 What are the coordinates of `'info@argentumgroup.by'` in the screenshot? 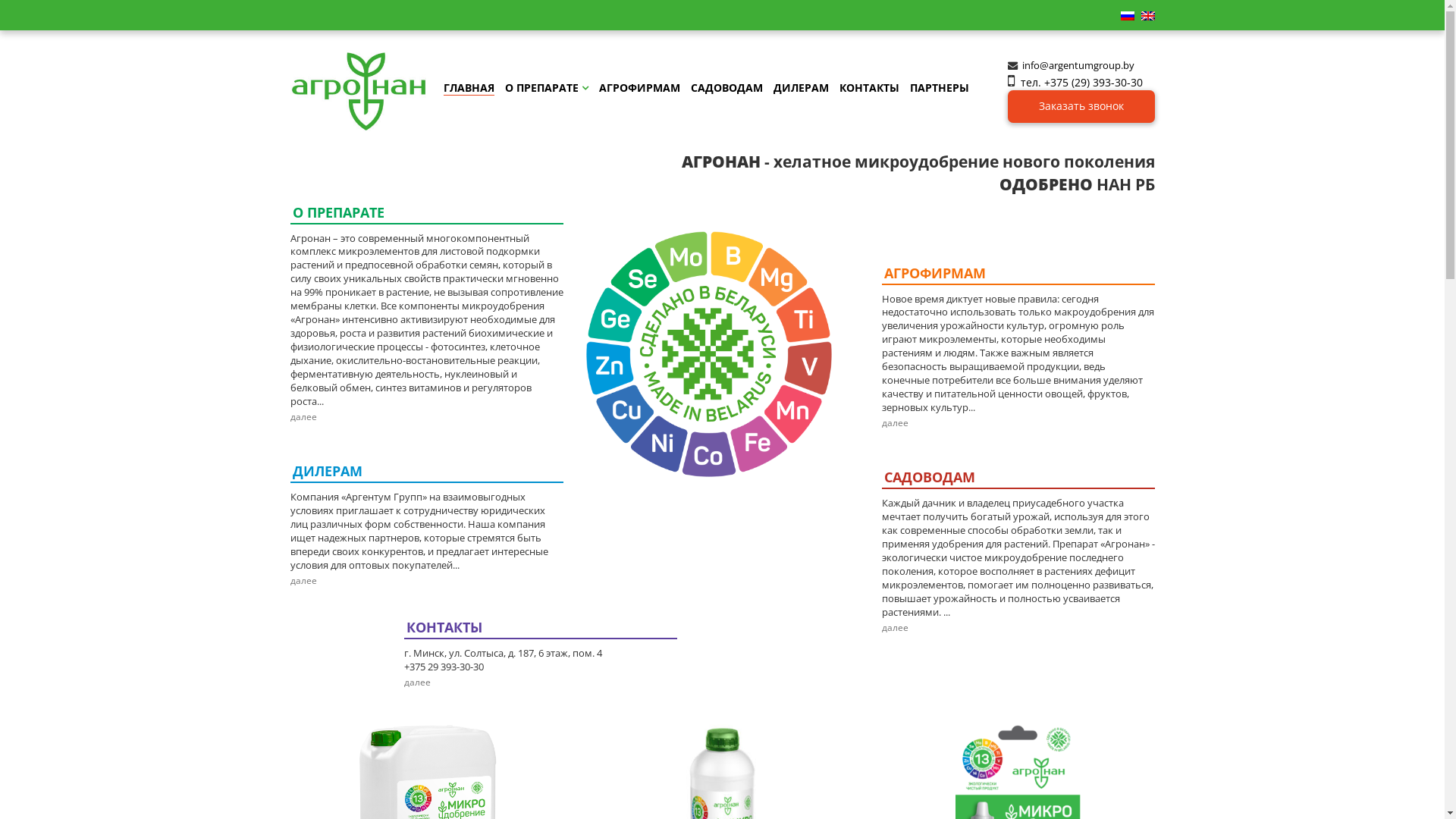 It's located at (1022, 64).